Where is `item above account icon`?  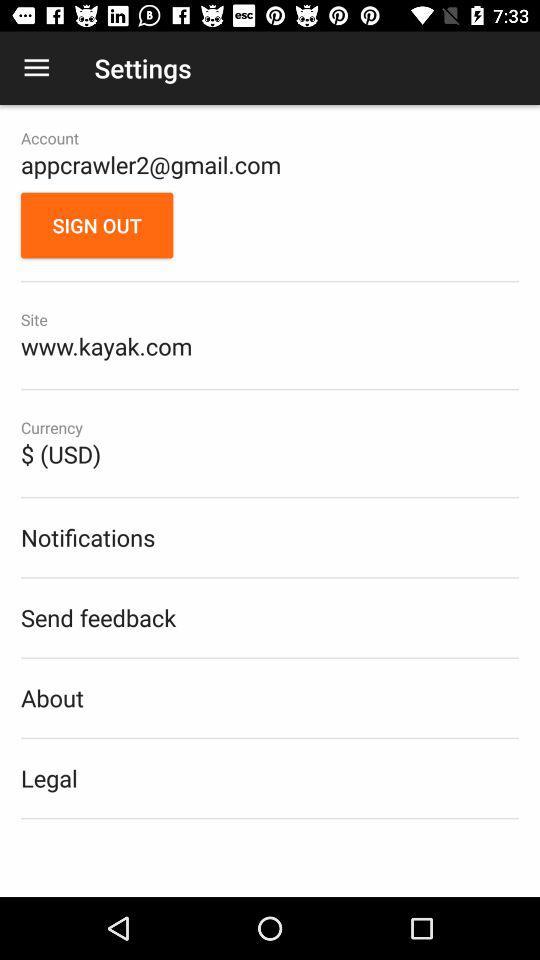
item above account icon is located at coordinates (36, 68).